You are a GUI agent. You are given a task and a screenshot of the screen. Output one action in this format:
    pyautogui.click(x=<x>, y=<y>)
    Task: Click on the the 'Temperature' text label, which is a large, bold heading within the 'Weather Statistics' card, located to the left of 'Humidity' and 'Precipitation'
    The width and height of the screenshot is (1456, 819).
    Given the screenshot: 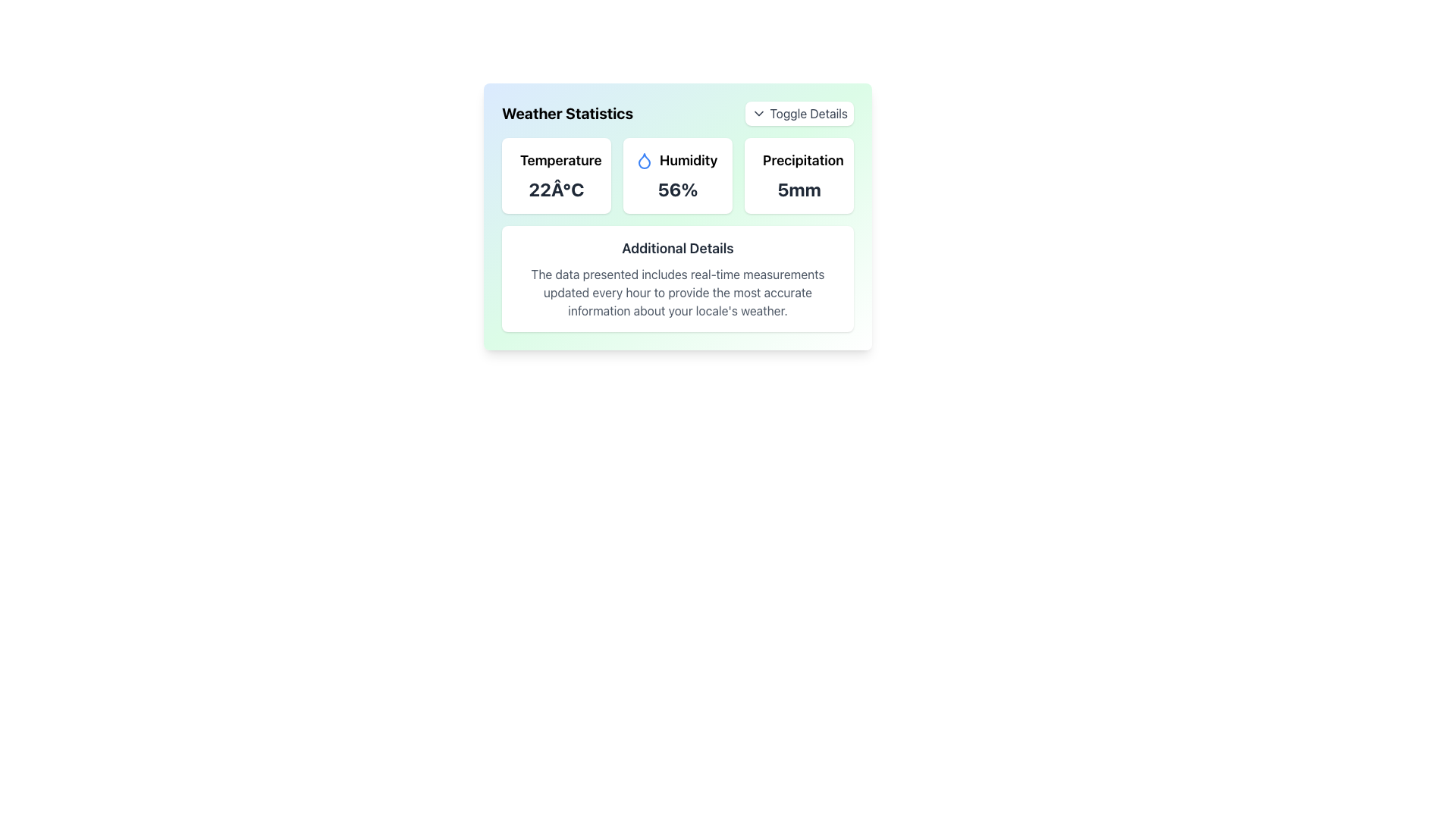 What is the action you would take?
    pyautogui.click(x=560, y=161)
    